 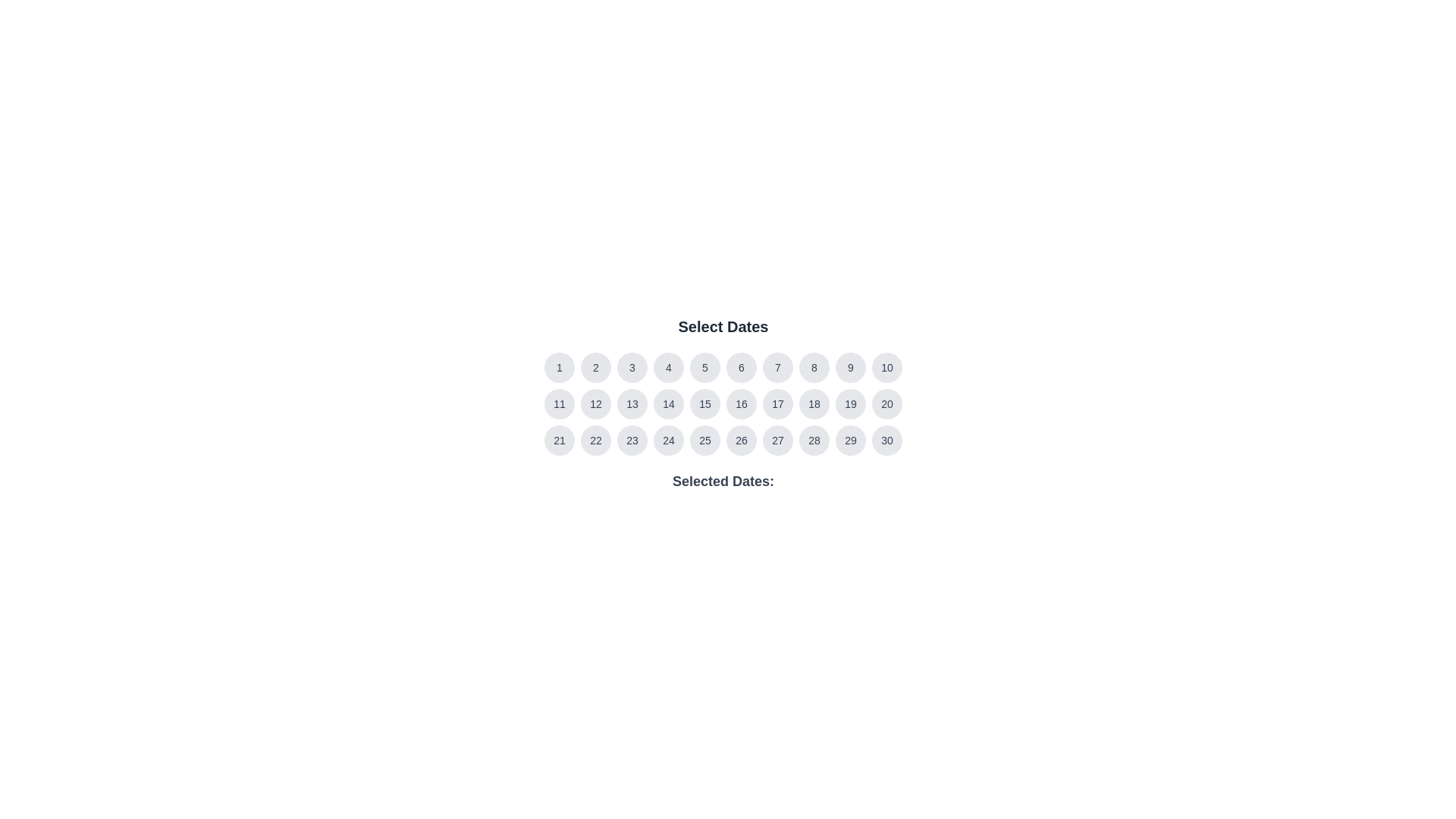 I want to click on the circular button labeled '23' with a gray background, so click(x=632, y=441).